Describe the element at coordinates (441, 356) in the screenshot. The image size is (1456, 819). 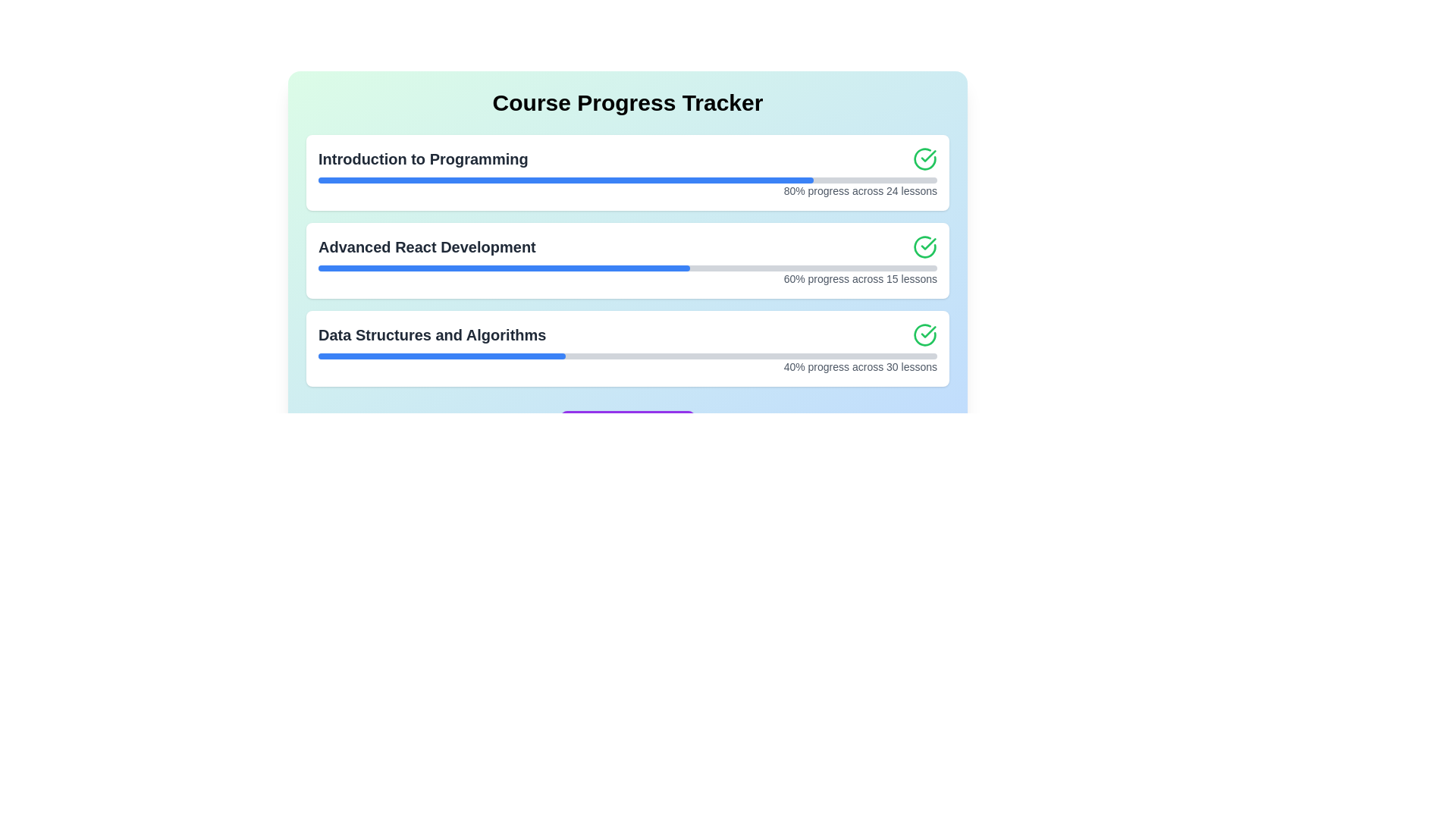
I see `the filled section of the horizontal progress bar indicating 40% progress under the 'Data Structures and Algorithms' section` at that location.